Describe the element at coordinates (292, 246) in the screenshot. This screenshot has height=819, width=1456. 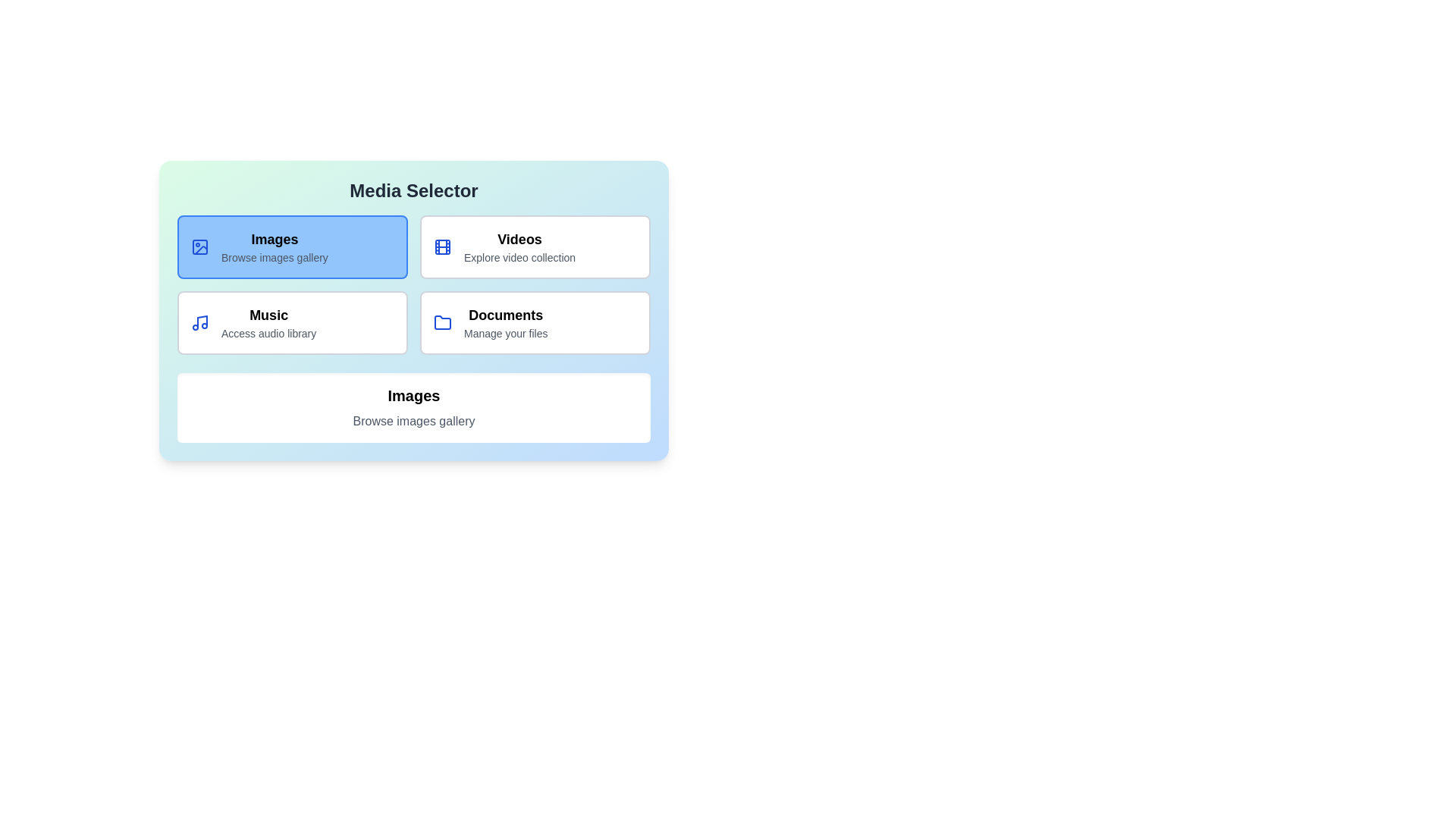
I see `the media type Images to view its description` at that location.